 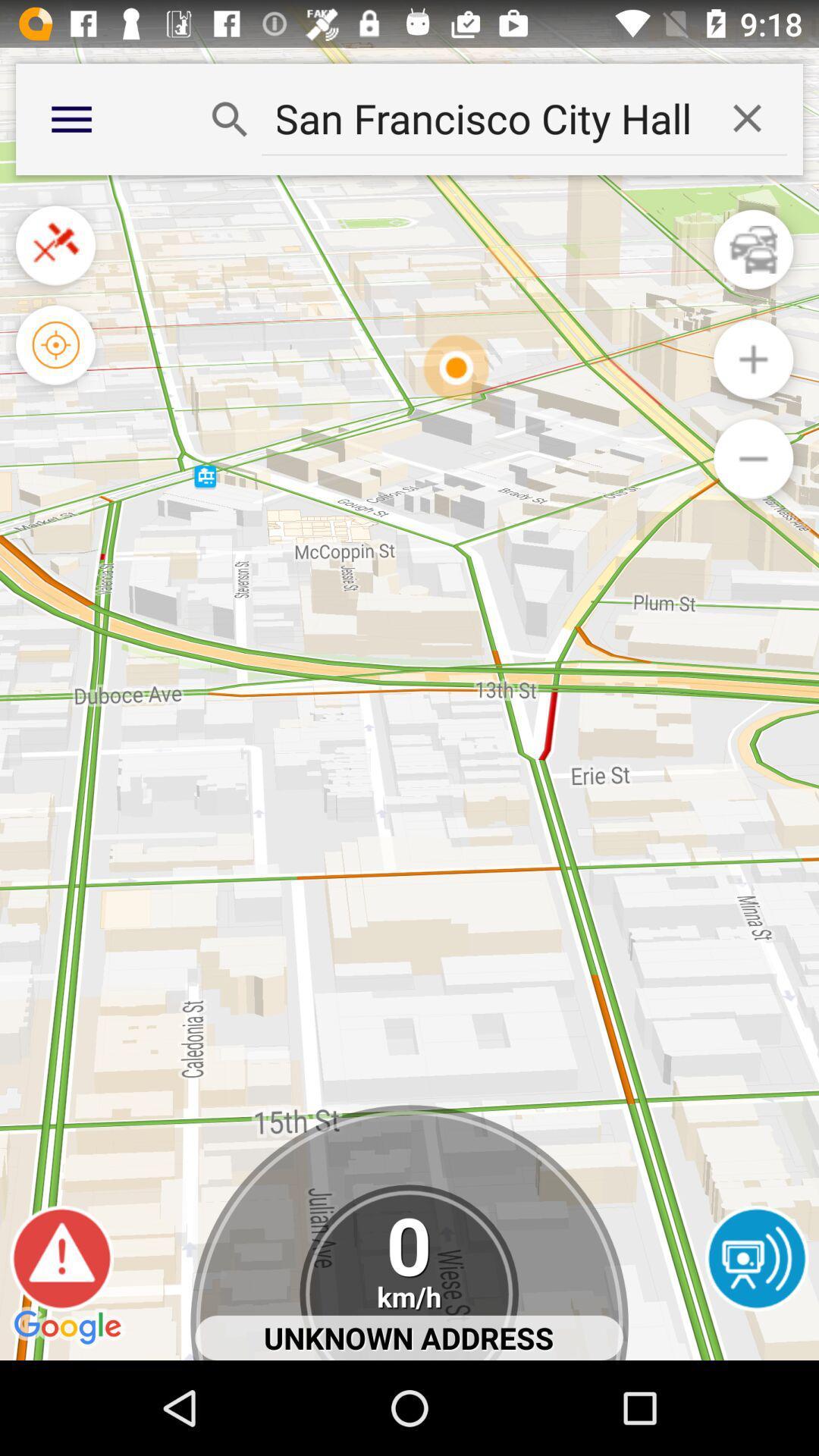 I want to click on the minus icon, so click(x=753, y=491).